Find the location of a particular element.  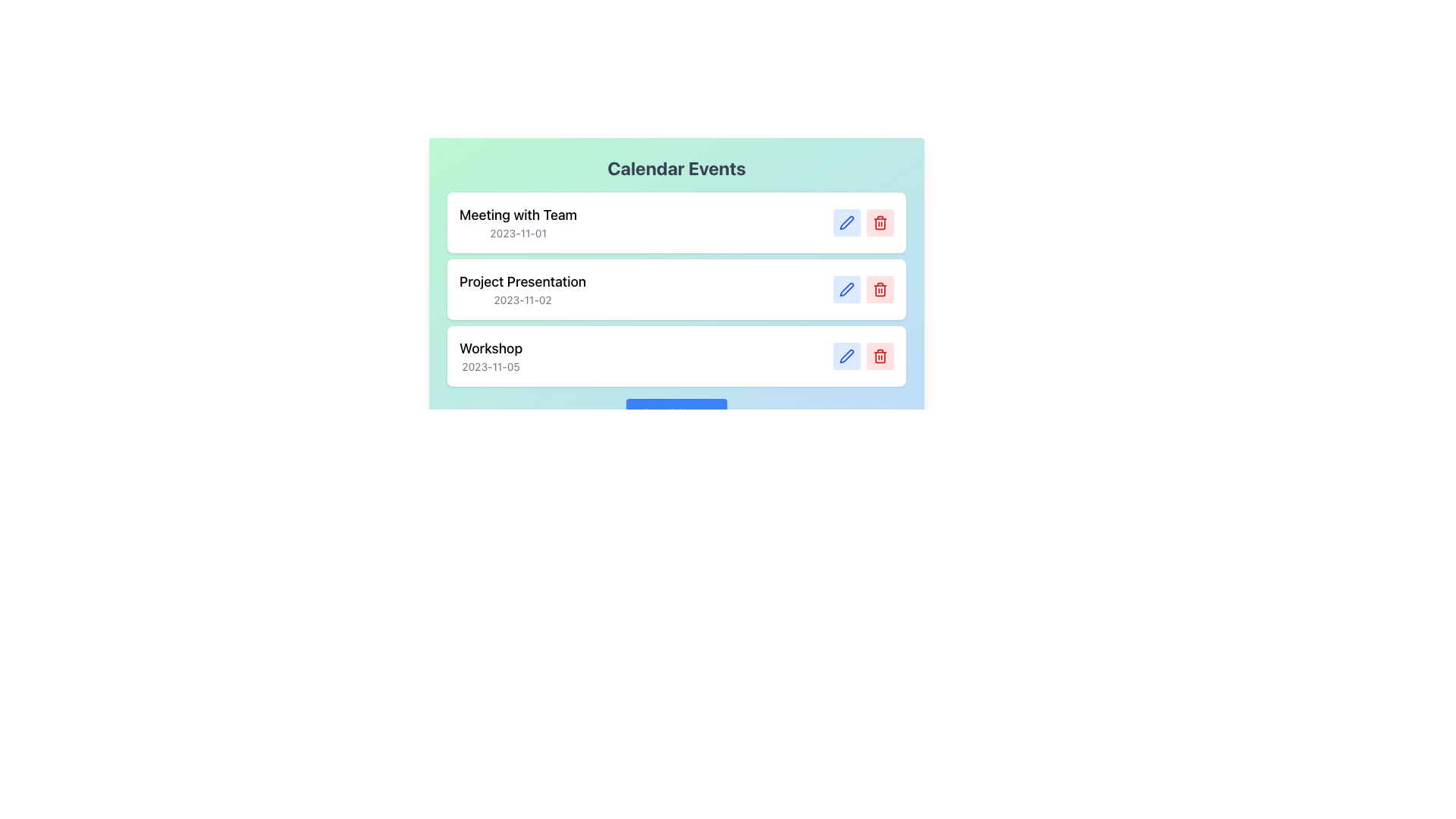

the 'Add Event' button located at the bottom of the 'Calendar Events' section to observe styling changes is located at coordinates (676, 414).